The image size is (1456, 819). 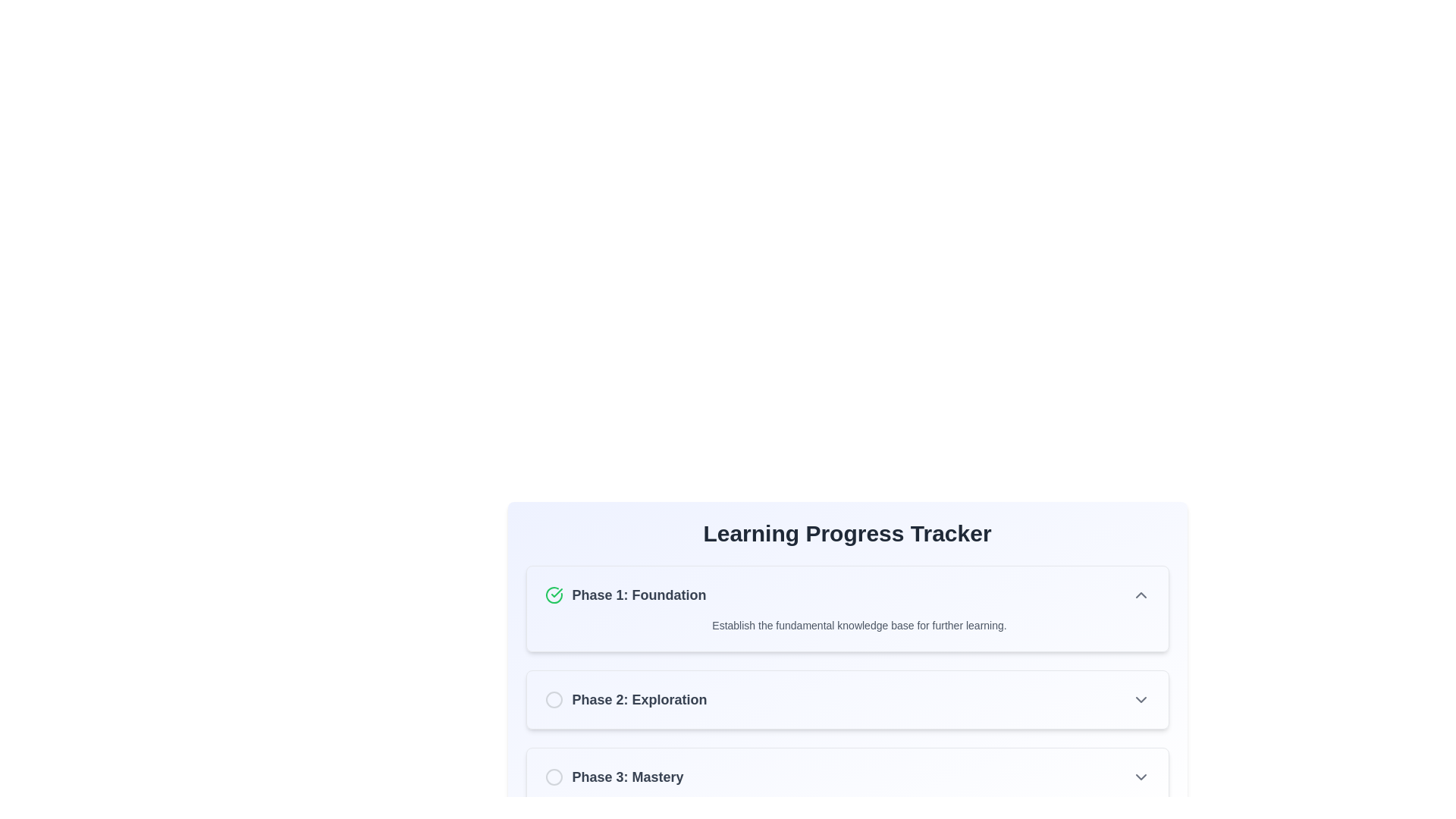 What do you see at coordinates (1141, 595) in the screenshot?
I see `the light gray upward-facing chevron icon located at the far right end of the title bar in the 'Phase 1: Foundation' section` at bounding box center [1141, 595].